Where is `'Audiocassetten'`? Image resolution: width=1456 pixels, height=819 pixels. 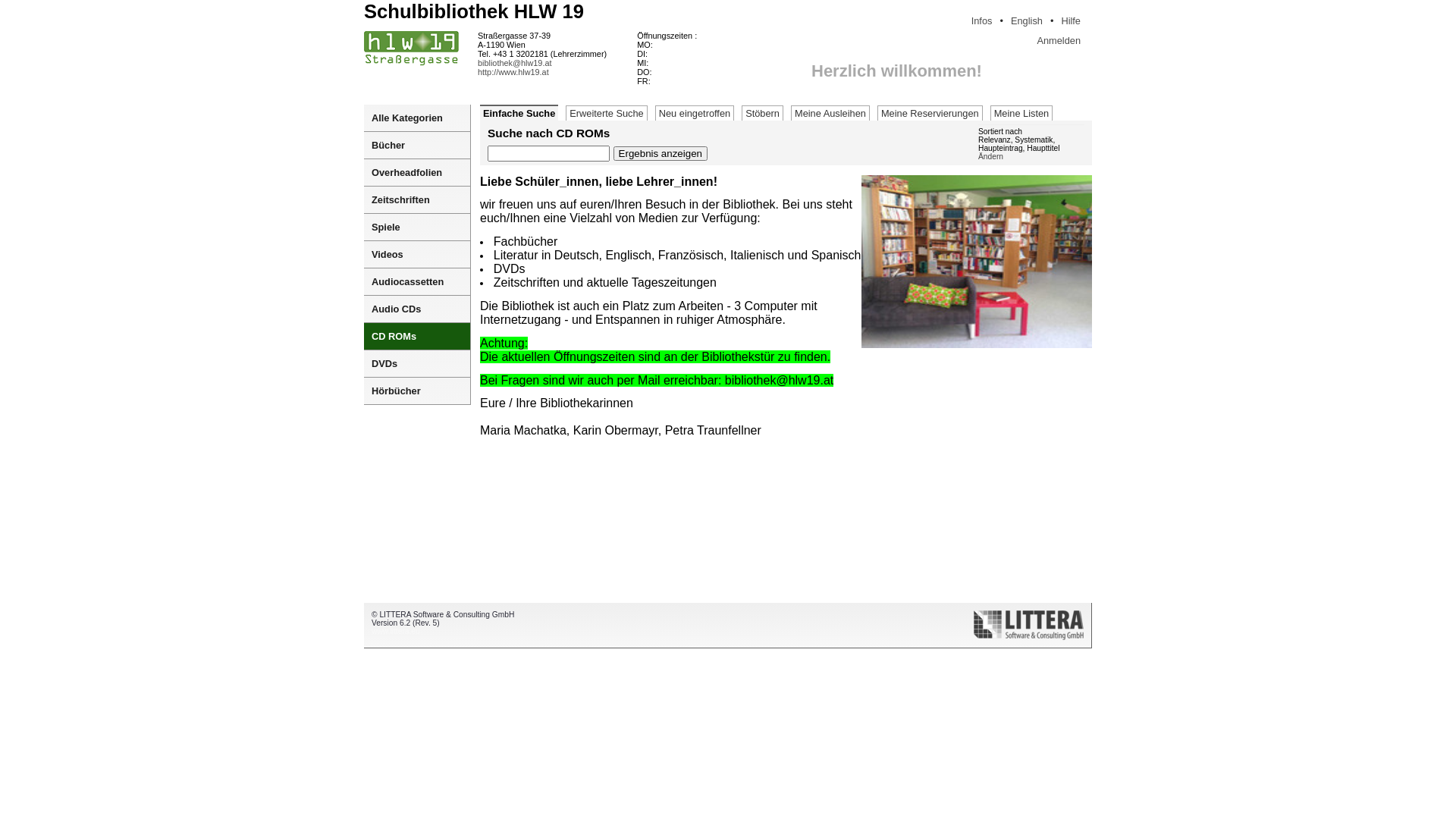
'Audiocassetten' is located at coordinates (364, 281).